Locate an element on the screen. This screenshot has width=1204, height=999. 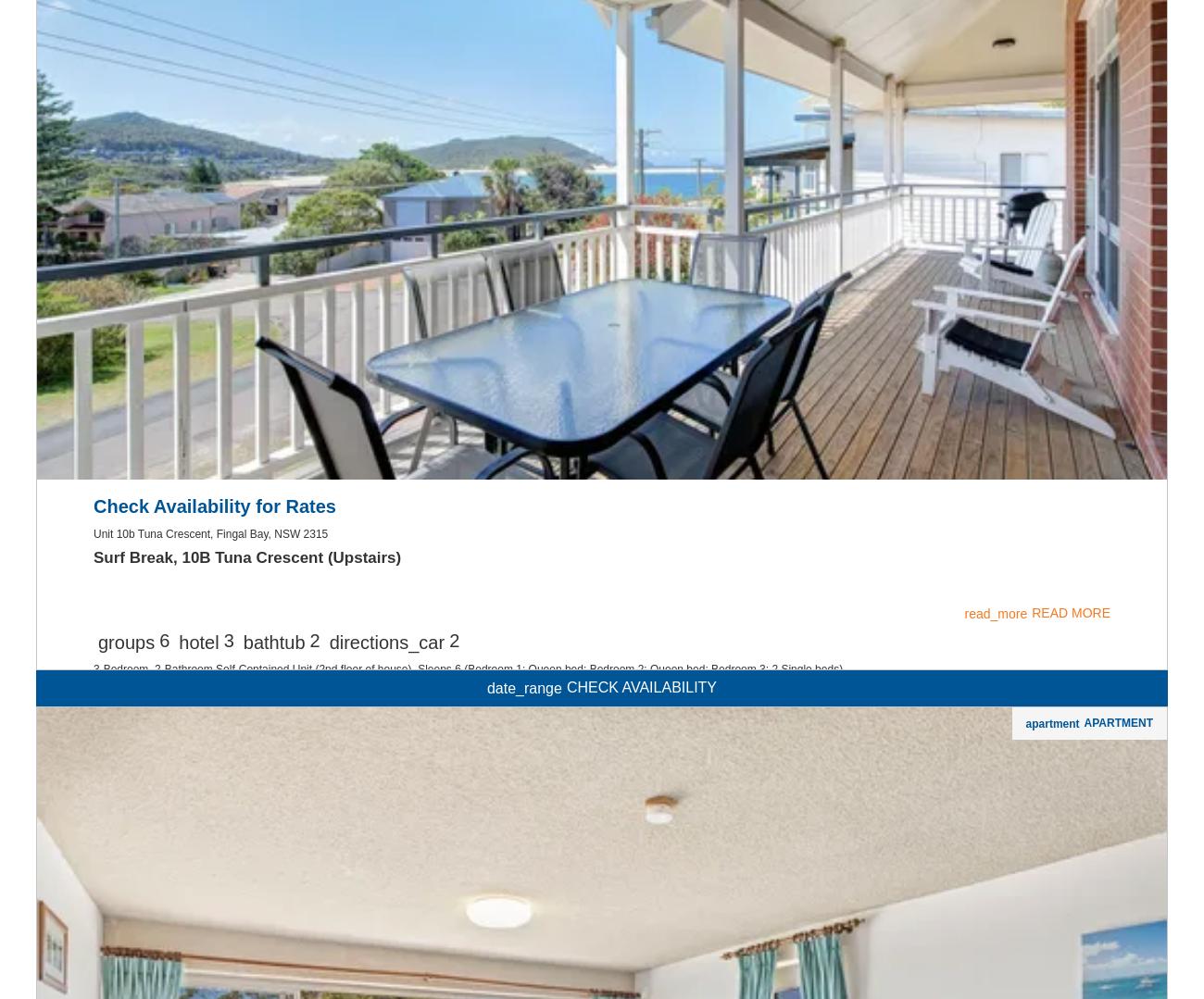
'2-Bedroom, 1-Bathroom Unit. Sleeps 5 - Bedroom 1: Queen bed; Bedroom 2: Tri-bunk bed. Perfectly positioned opposite the Little Beach foreshore, offering amazing water views across the bay.' is located at coordinates (568, 905).